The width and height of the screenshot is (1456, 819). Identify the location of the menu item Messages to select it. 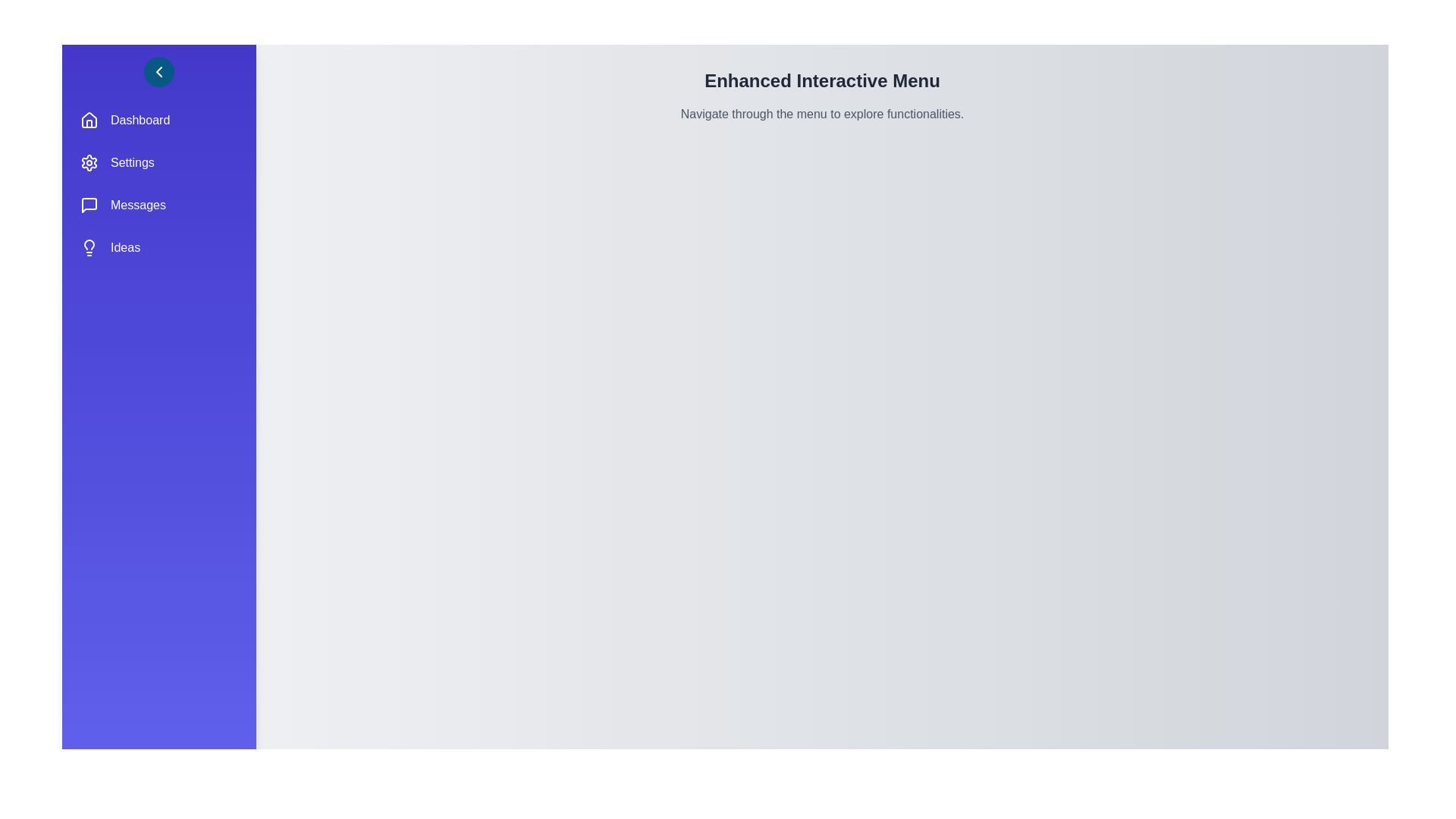
(159, 205).